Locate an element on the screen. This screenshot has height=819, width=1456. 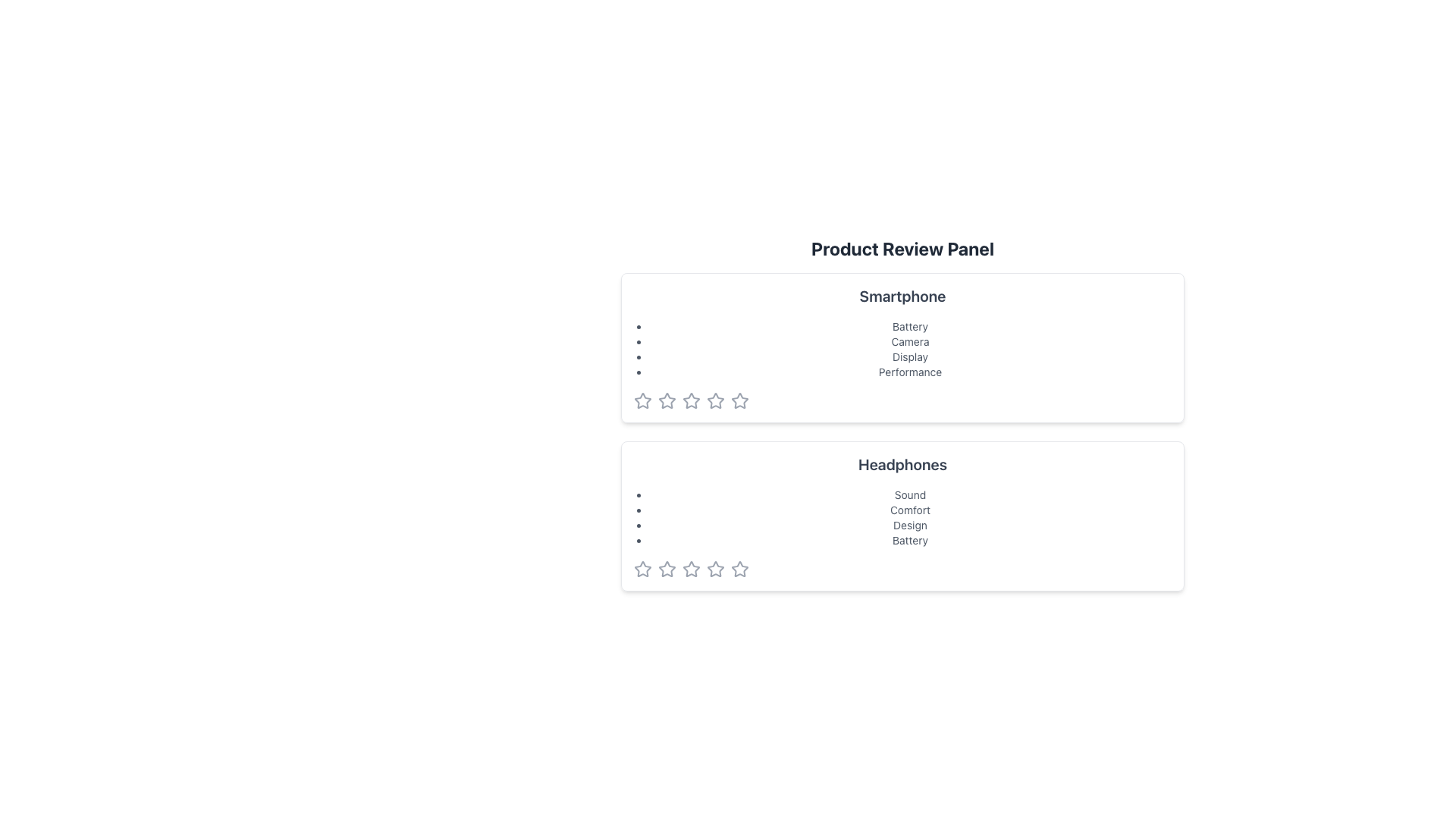
the fifth star icon in the rating system under the 'Headphones' section is located at coordinates (739, 570).